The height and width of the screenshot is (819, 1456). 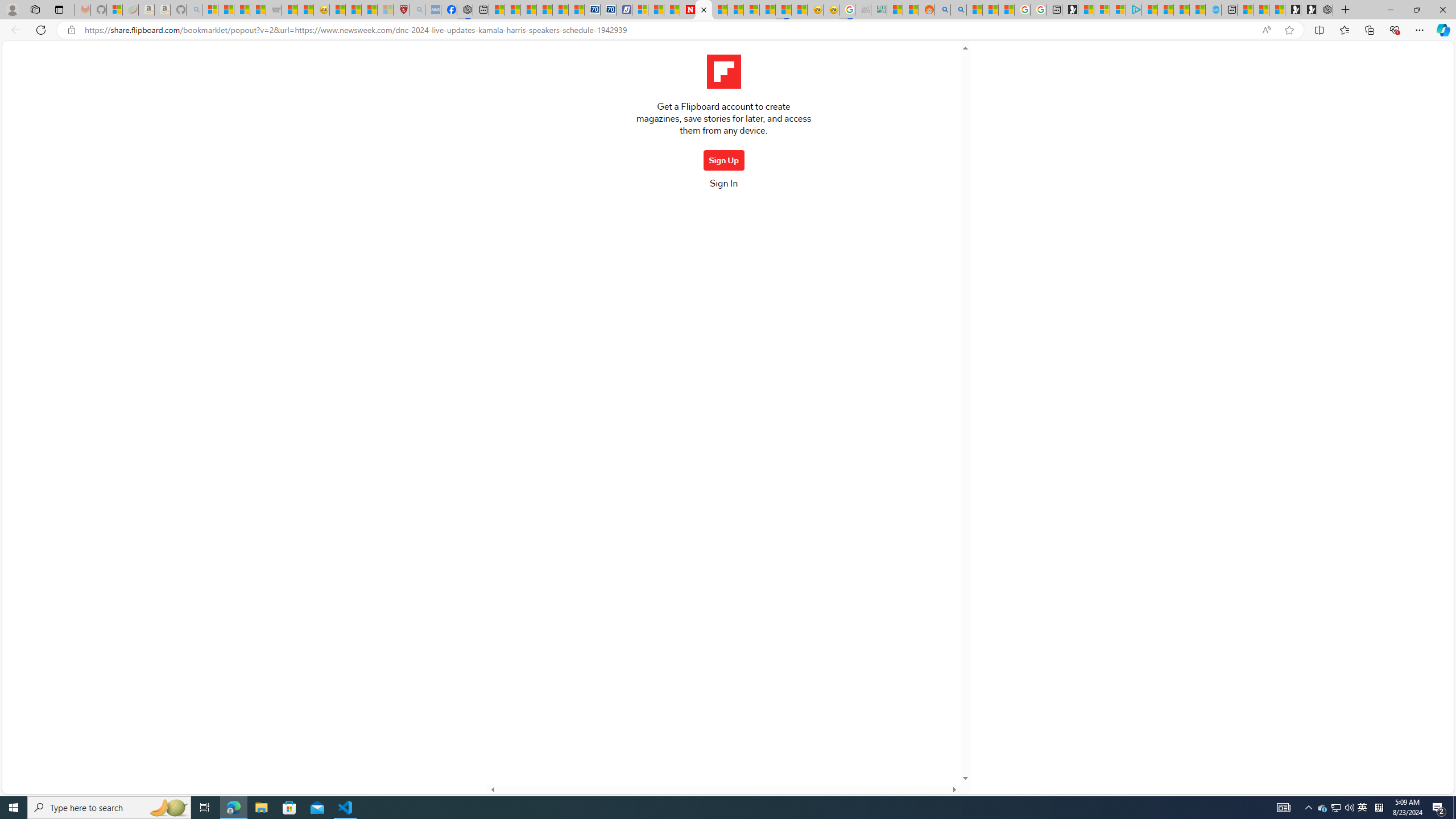 What do you see at coordinates (878, 9) in the screenshot?
I see `'DITOGAMES AG Imprint'` at bounding box center [878, 9].